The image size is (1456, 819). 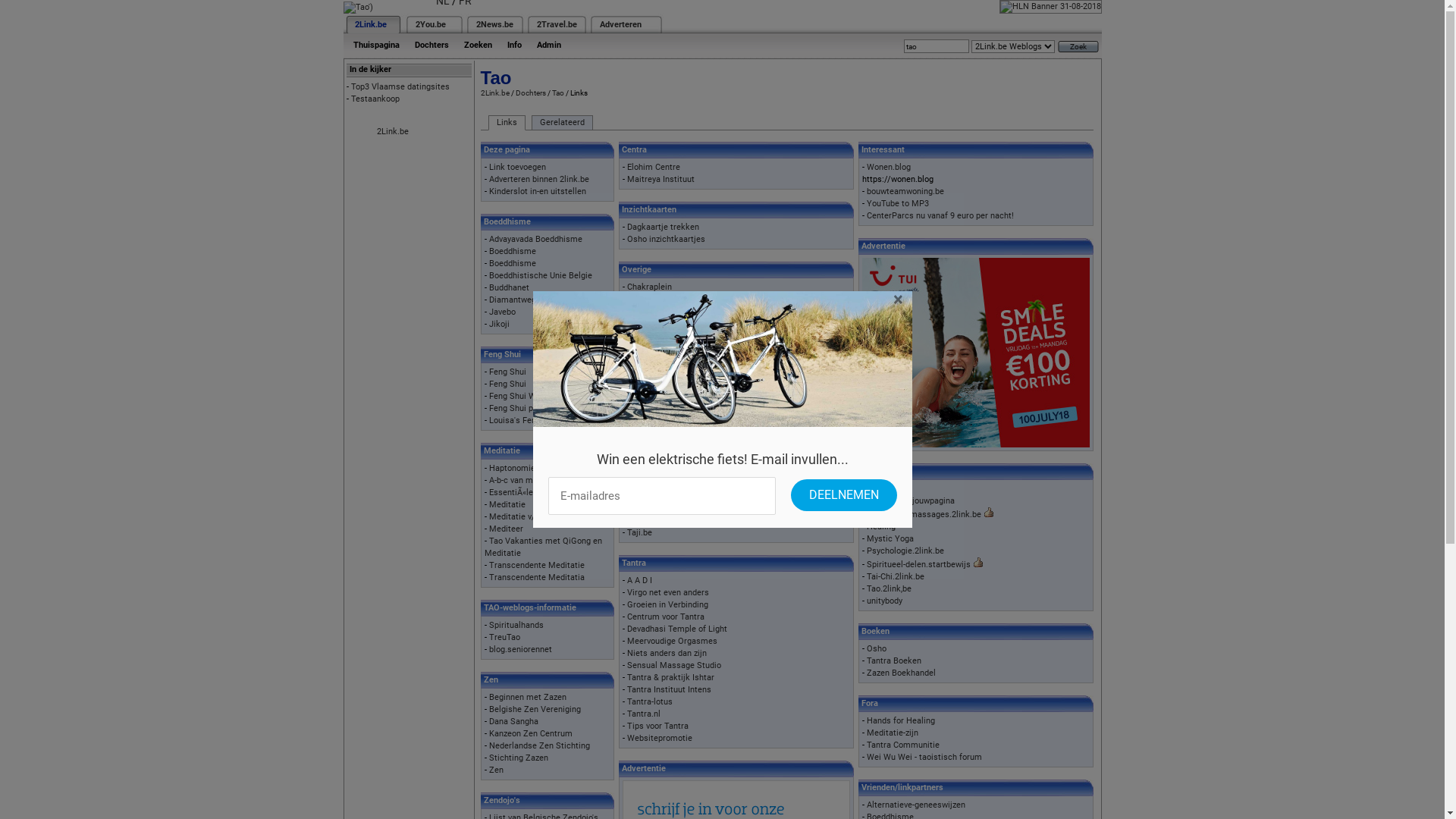 What do you see at coordinates (513, 720) in the screenshot?
I see `'Dana Sangha'` at bounding box center [513, 720].